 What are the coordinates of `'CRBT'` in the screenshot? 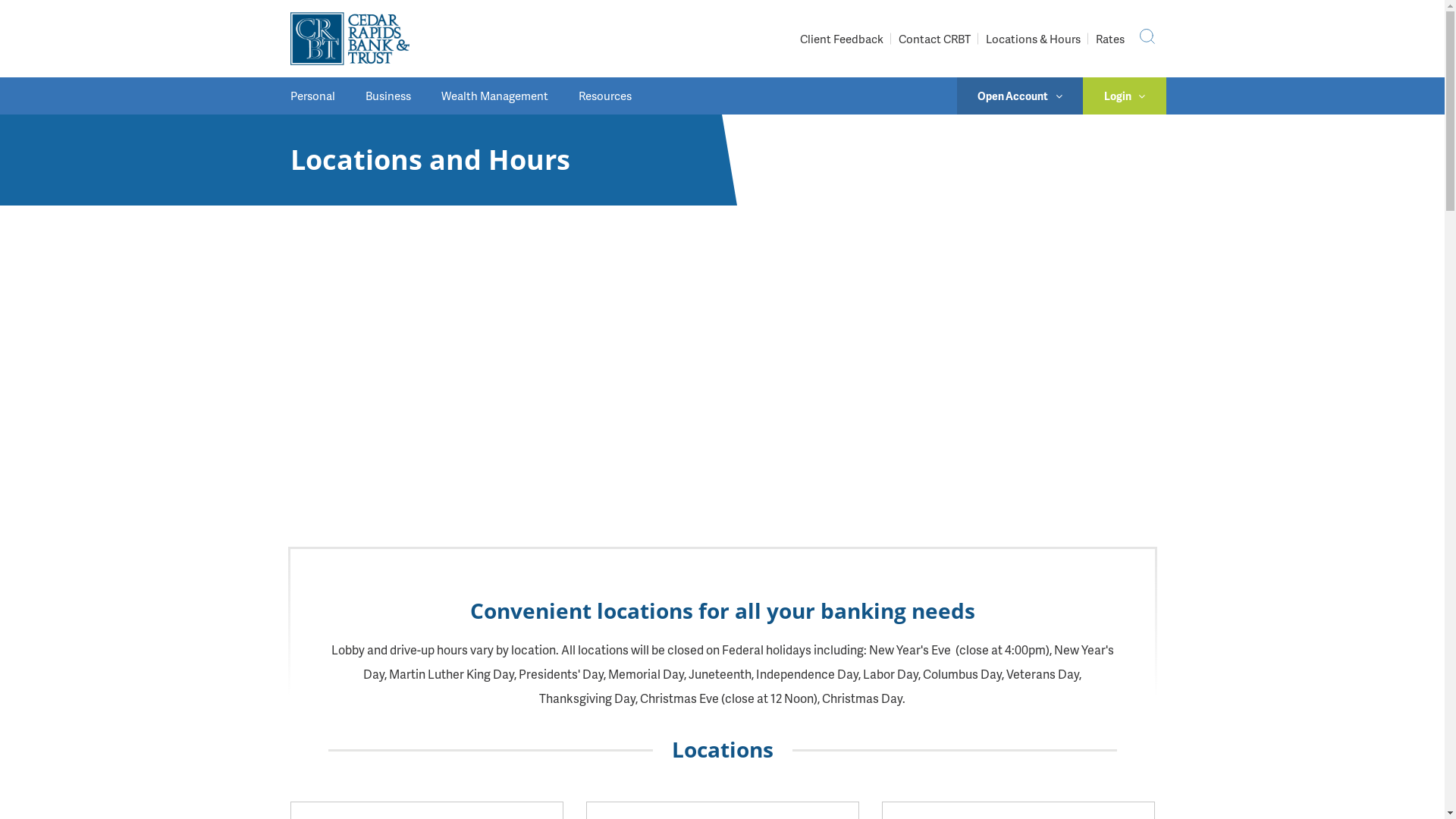 It's located at (290, 37).